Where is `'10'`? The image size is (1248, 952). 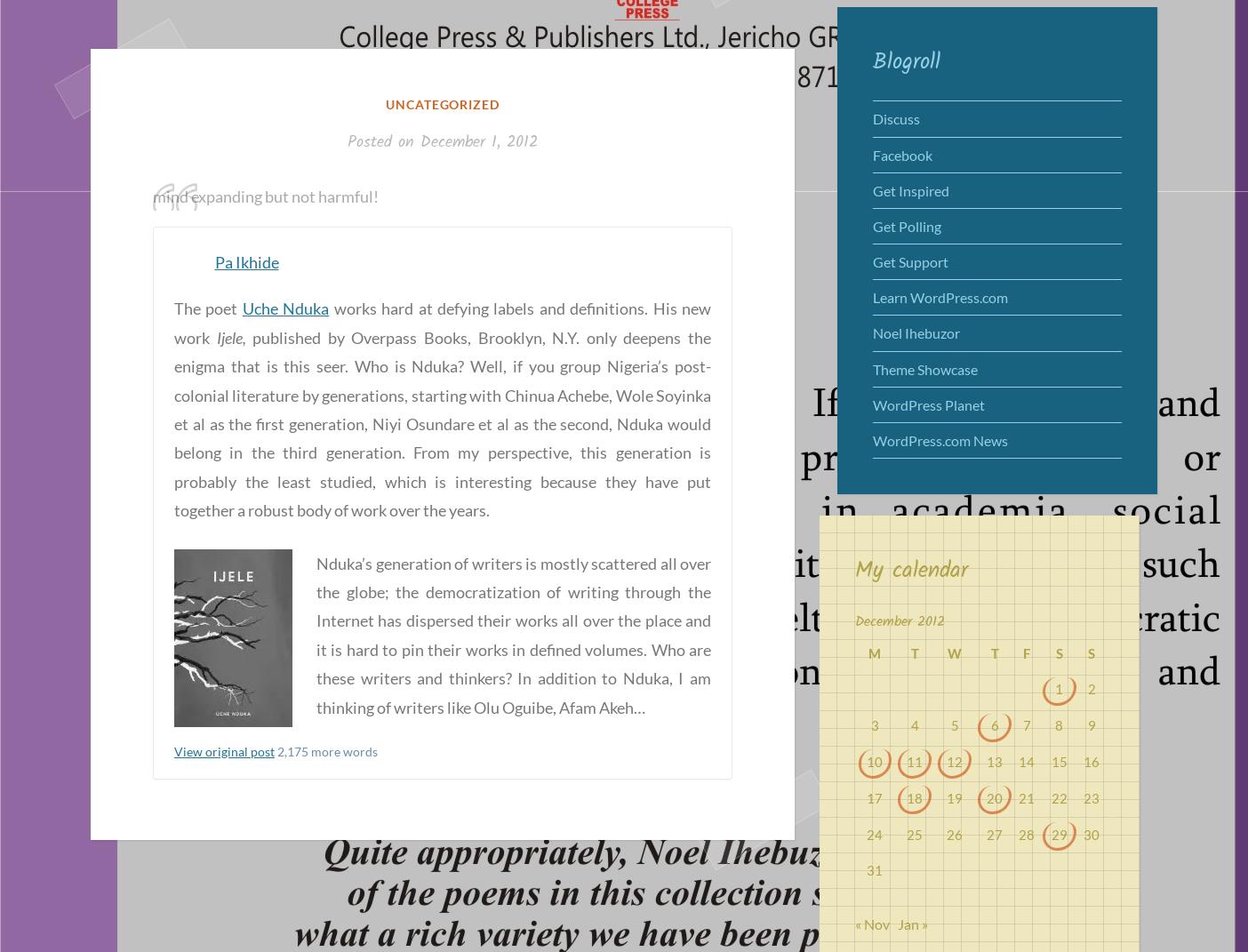
'10' is located at coordinates (875, 761).